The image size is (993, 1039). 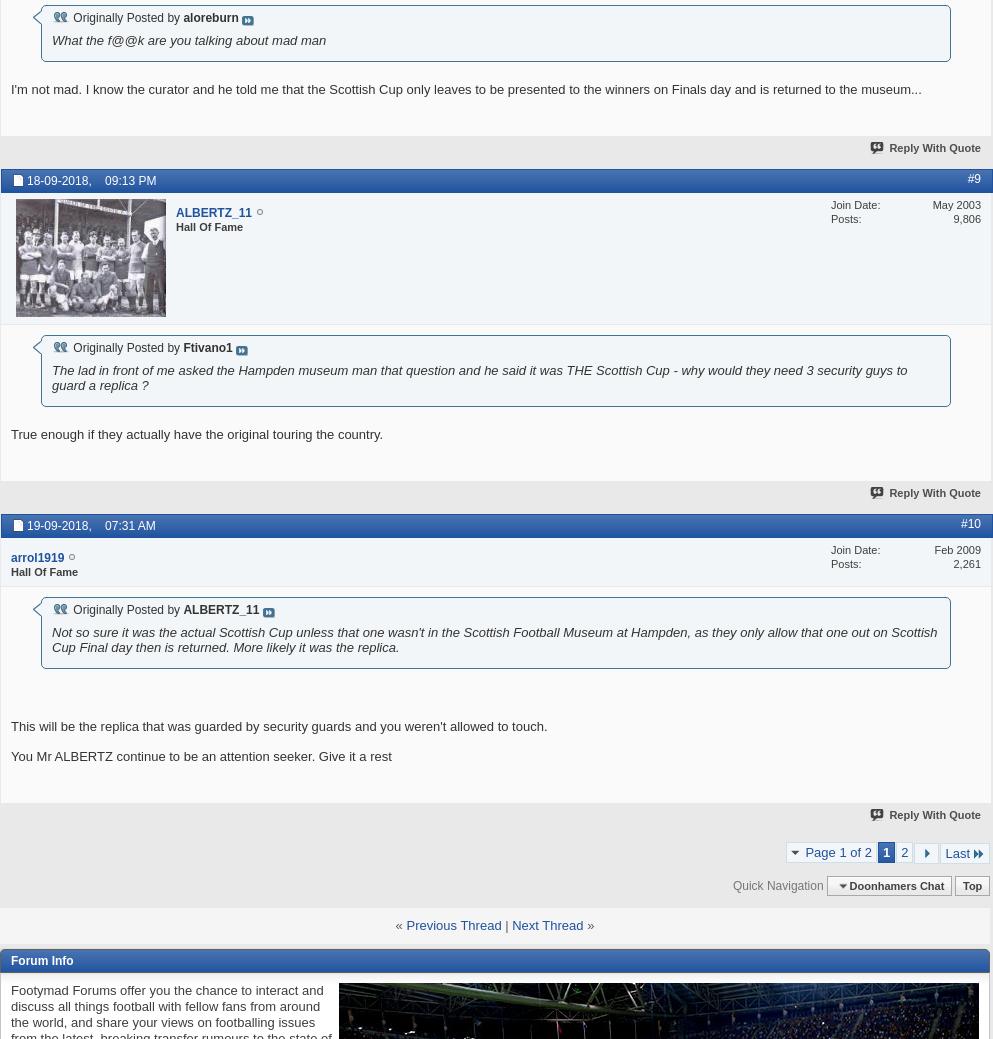 I want to click on 'Previous Thread', so click(x=453, y=924).